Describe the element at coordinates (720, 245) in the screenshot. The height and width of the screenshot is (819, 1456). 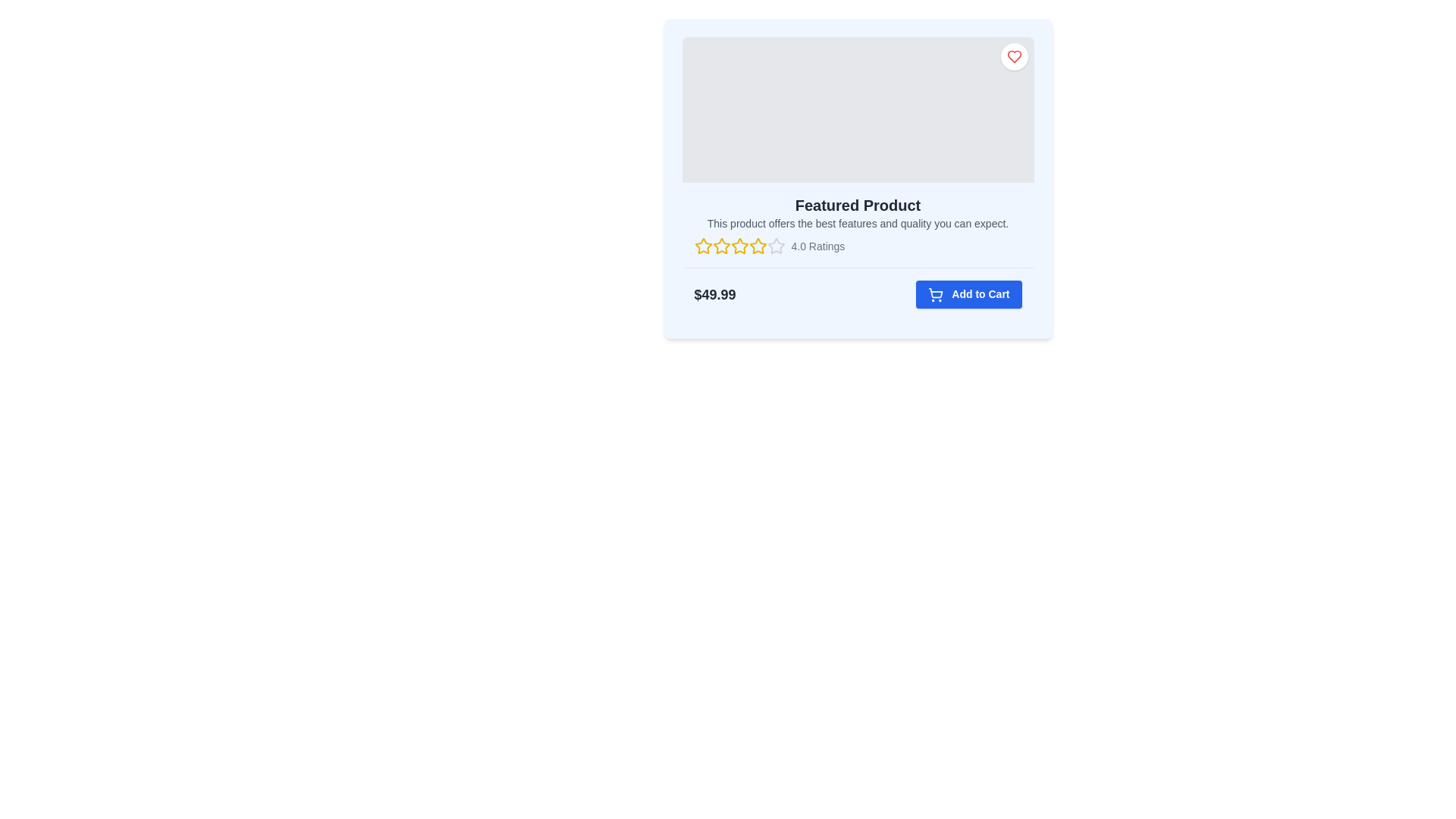
I see `the second Rating Star Icon, which visually indicates a rating of two out of five, located below the product description text and to the left of '4.0 Ratings'` at that location.